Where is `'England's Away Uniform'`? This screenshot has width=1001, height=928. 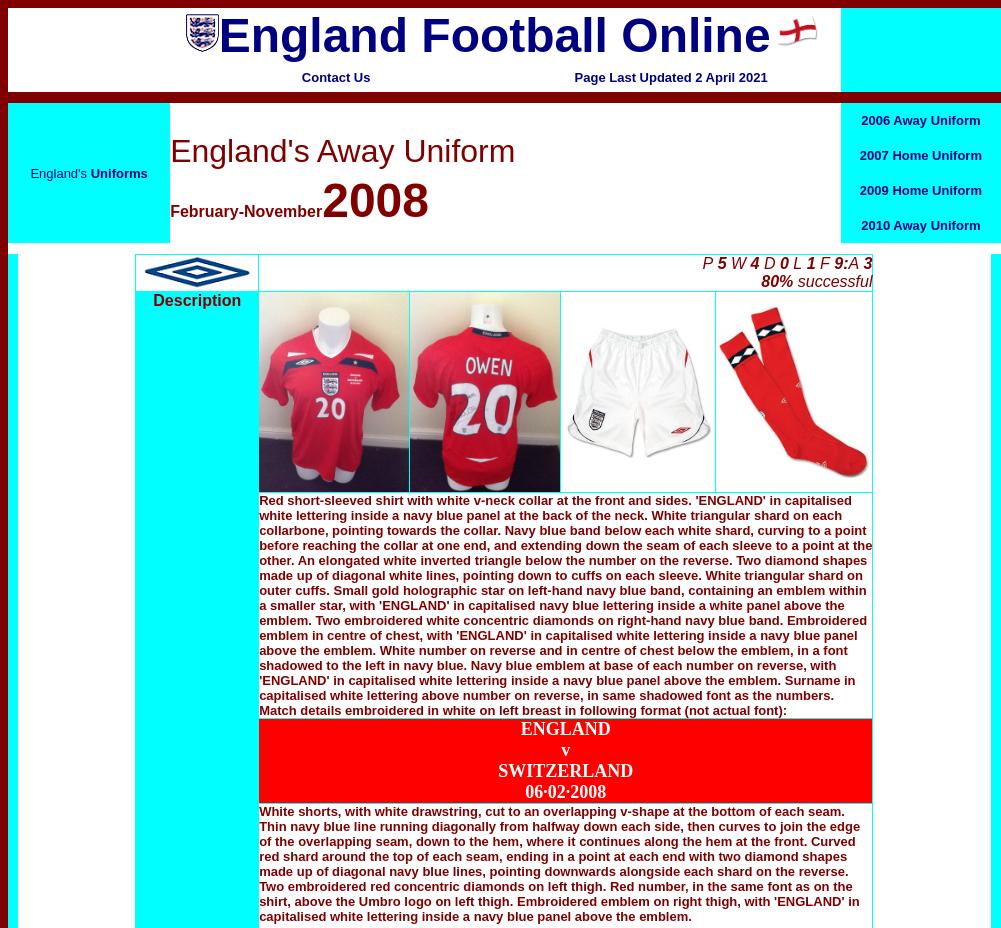 'England's Away Uniform' is located at coordinates (342, 150).